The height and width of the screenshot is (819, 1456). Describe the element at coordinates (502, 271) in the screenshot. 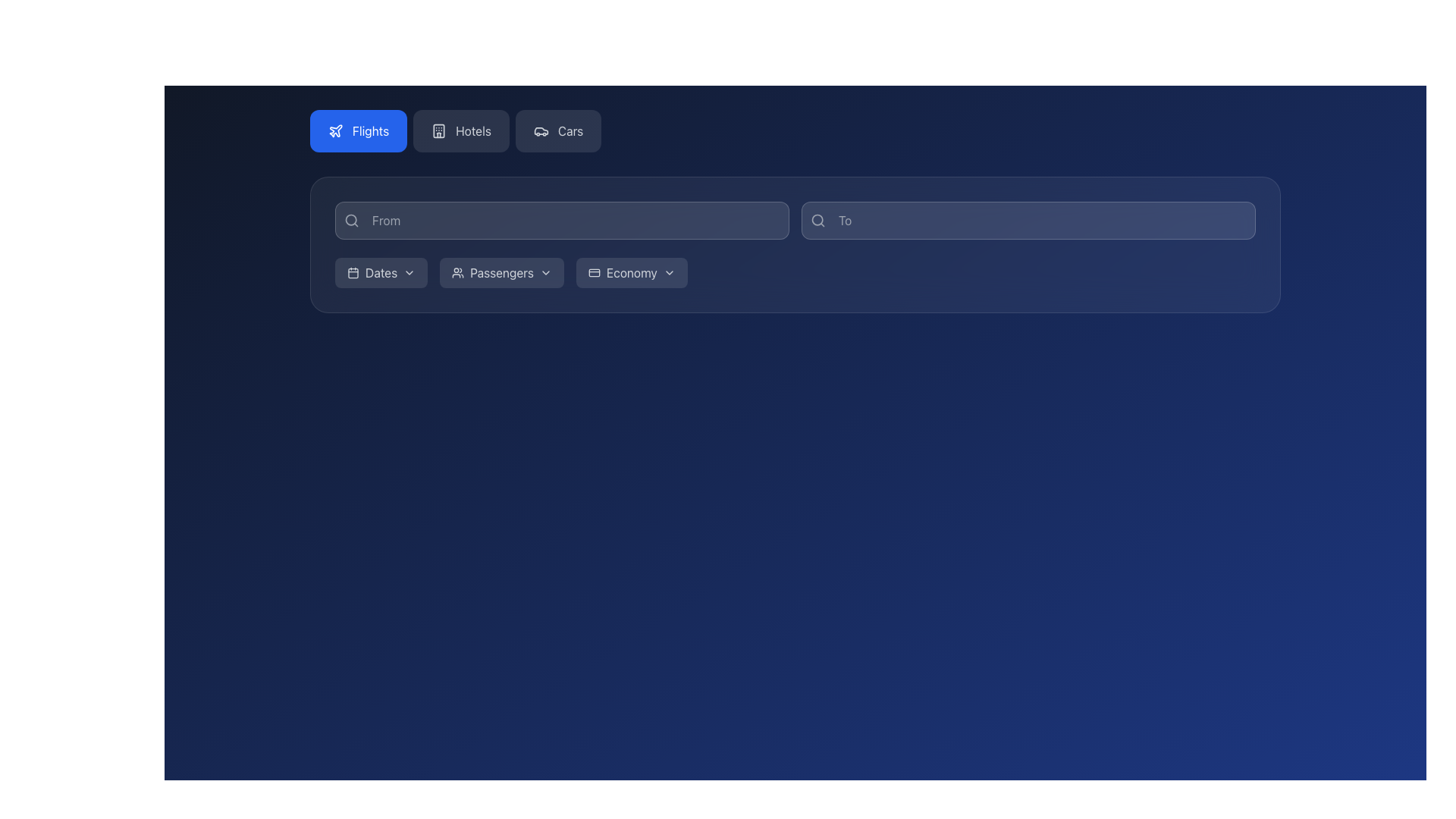

I see `the Dropdown-trigger button located centrally between the 'Dates' button and the 'Economy' button` at that location.